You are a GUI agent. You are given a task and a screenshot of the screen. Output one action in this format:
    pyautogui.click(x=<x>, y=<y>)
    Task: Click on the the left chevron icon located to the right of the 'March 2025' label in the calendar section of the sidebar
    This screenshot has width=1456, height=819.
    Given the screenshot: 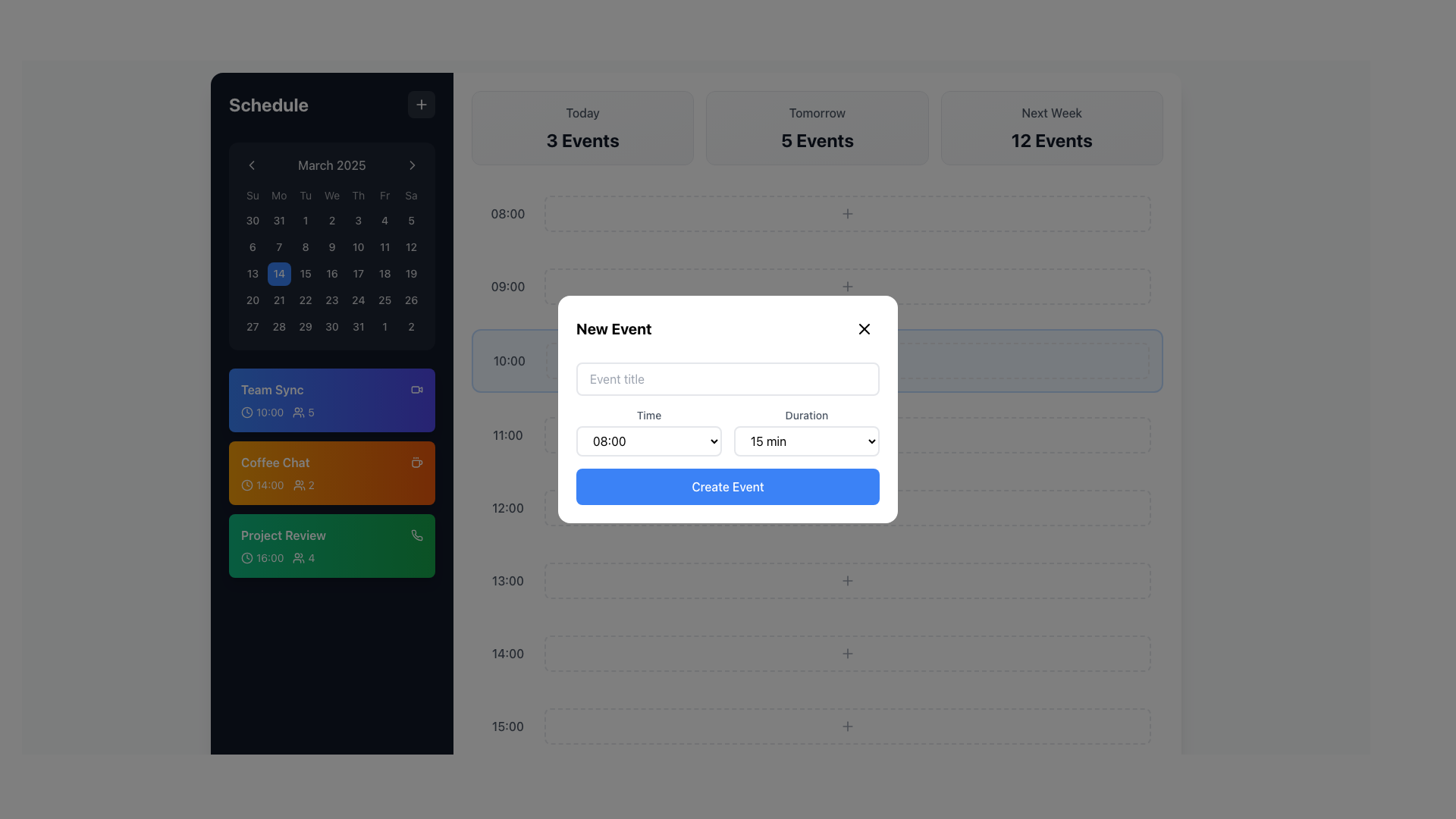 What is the action you would take?
    pyautogui.click(x=251, y=165)
    